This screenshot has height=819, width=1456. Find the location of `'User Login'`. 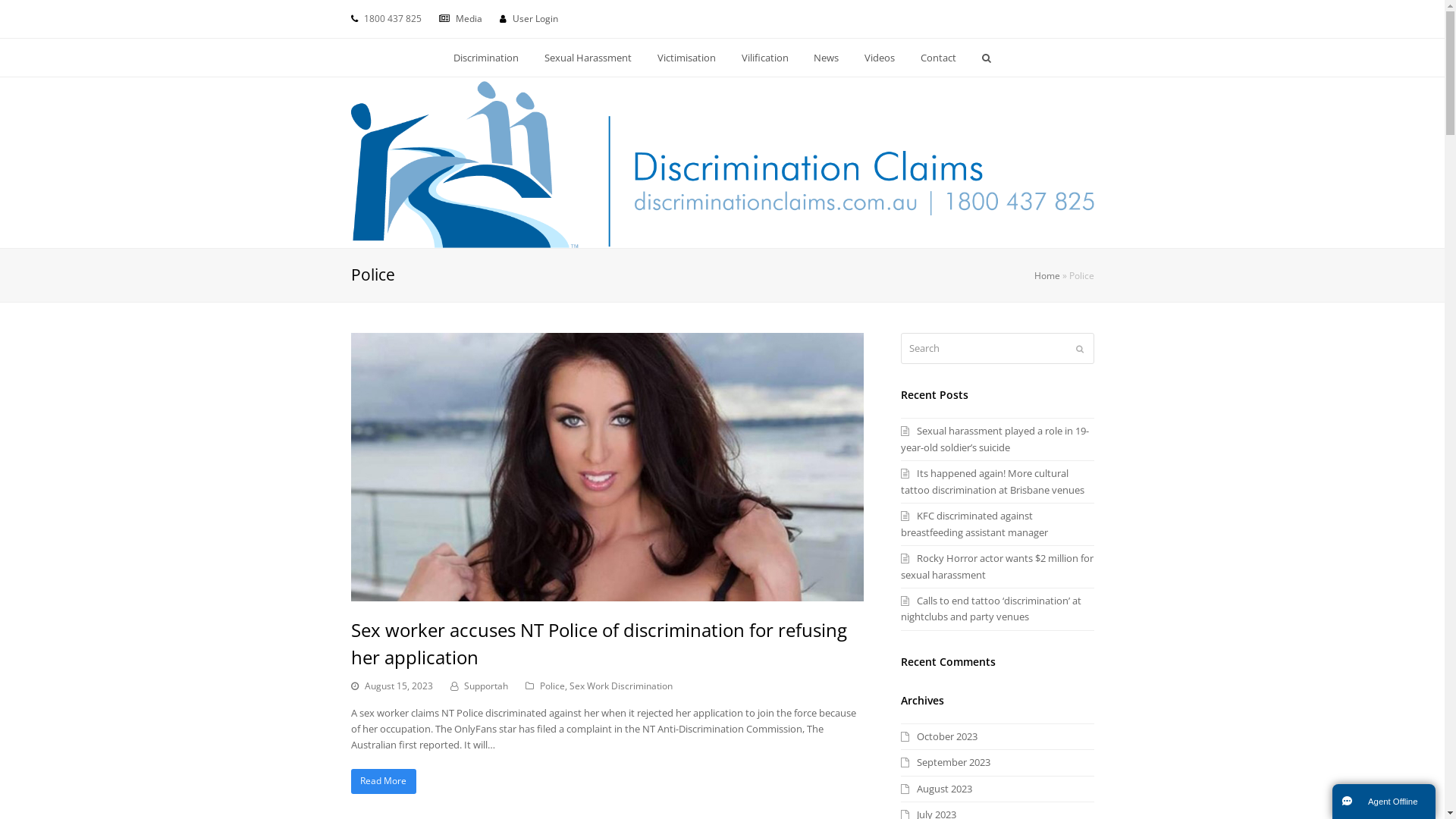

'User Login' is located at coordinates (535, 18).